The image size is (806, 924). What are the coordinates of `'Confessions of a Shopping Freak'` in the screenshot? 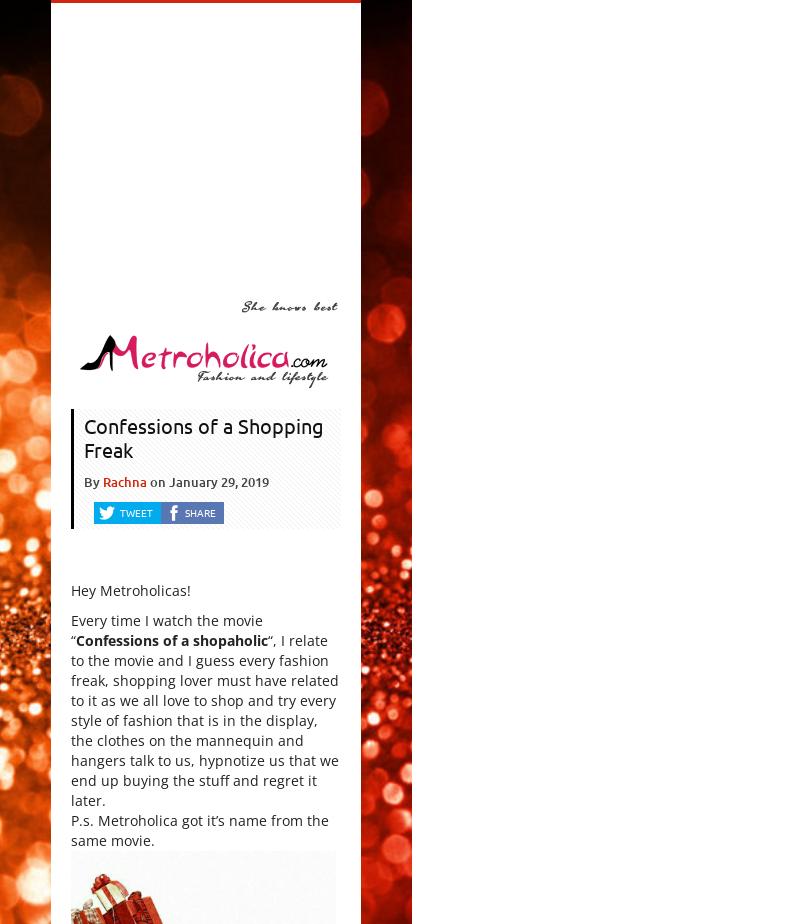 It's located at (82, 437).